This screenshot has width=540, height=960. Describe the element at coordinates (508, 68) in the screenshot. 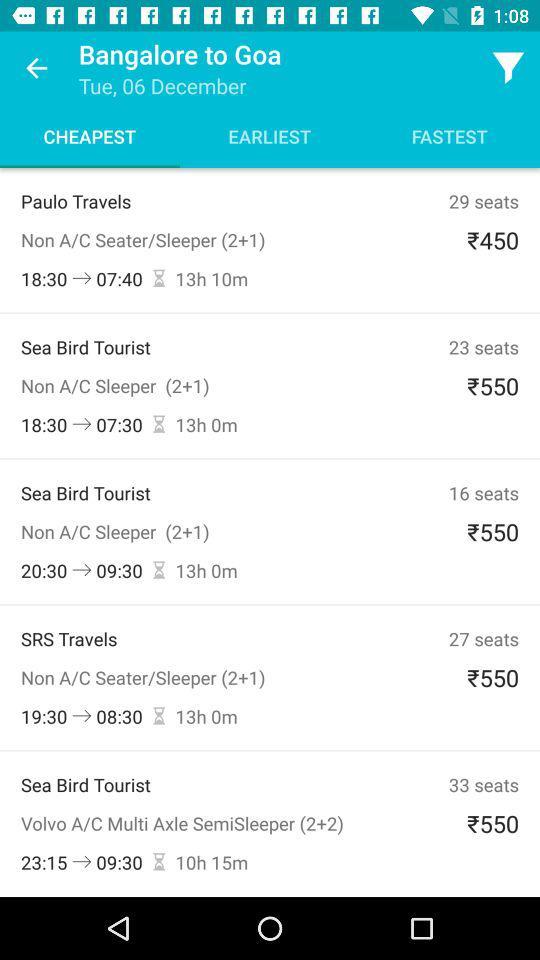

I see `the filter icon which is in the top right corner` at that location.